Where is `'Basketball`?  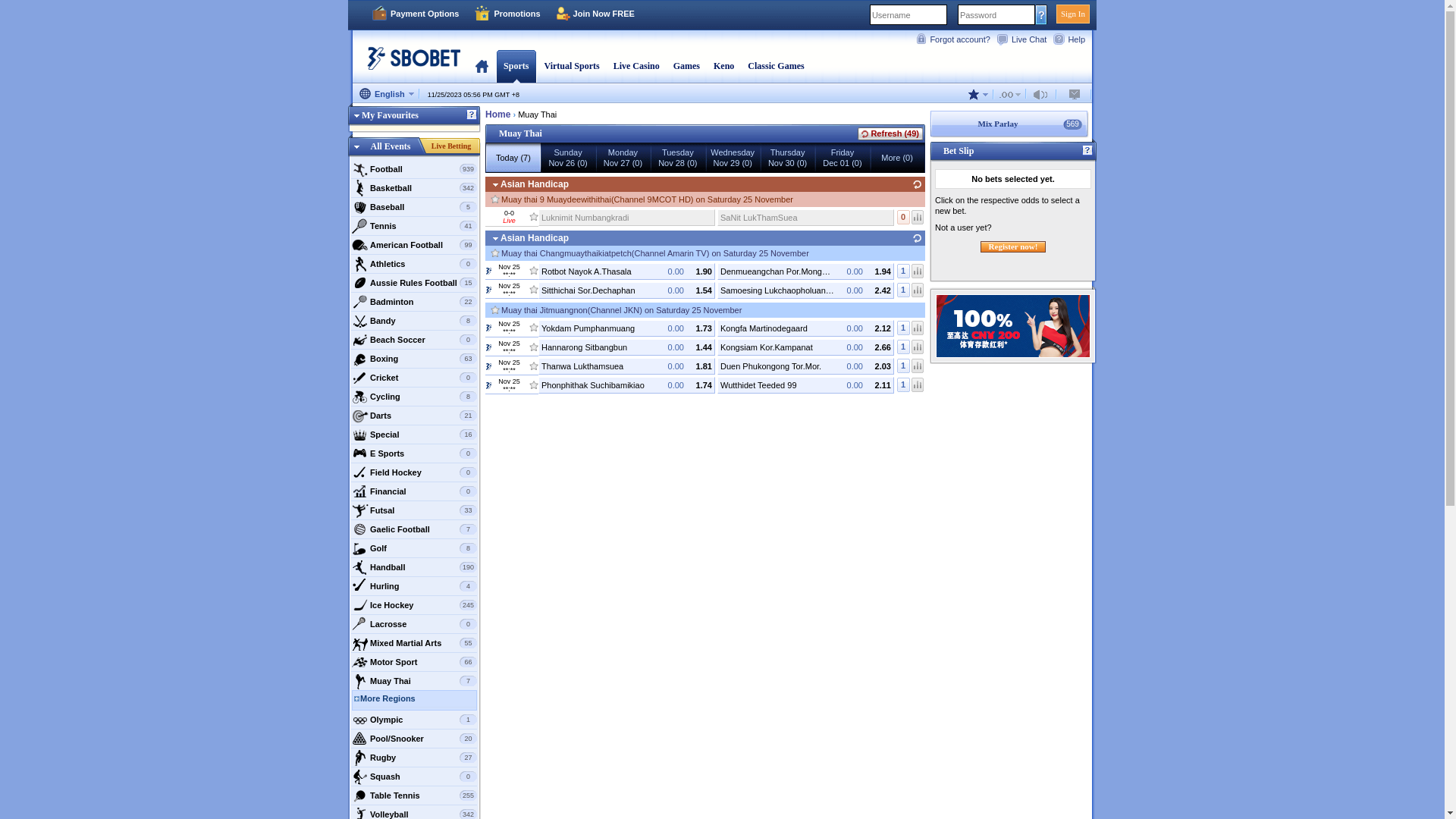 'Basketball is located at coordinates (414, 187).